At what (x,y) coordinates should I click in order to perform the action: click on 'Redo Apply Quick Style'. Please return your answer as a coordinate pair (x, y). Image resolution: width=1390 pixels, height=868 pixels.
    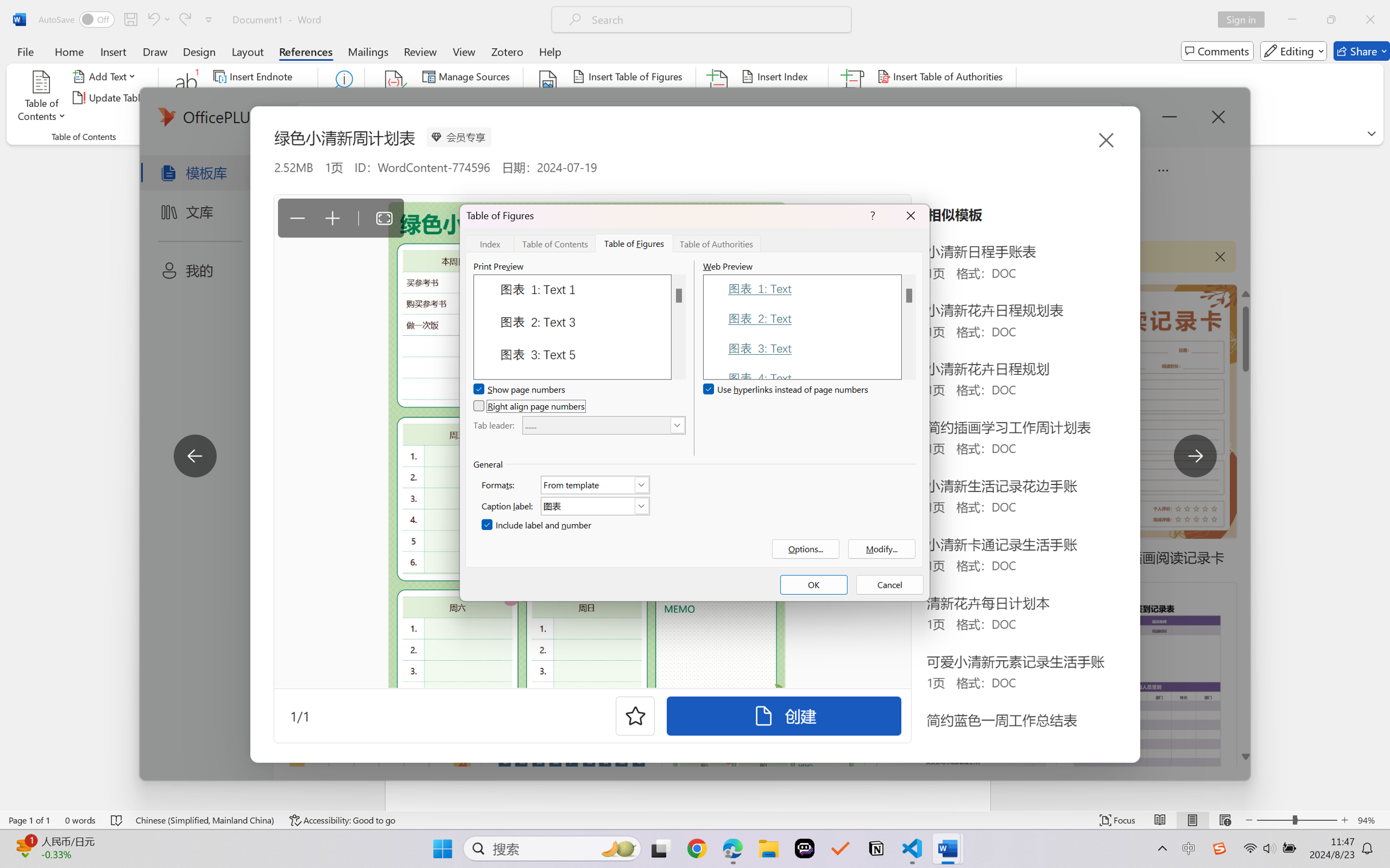
    Looking at the image, I should click on (184, 19).